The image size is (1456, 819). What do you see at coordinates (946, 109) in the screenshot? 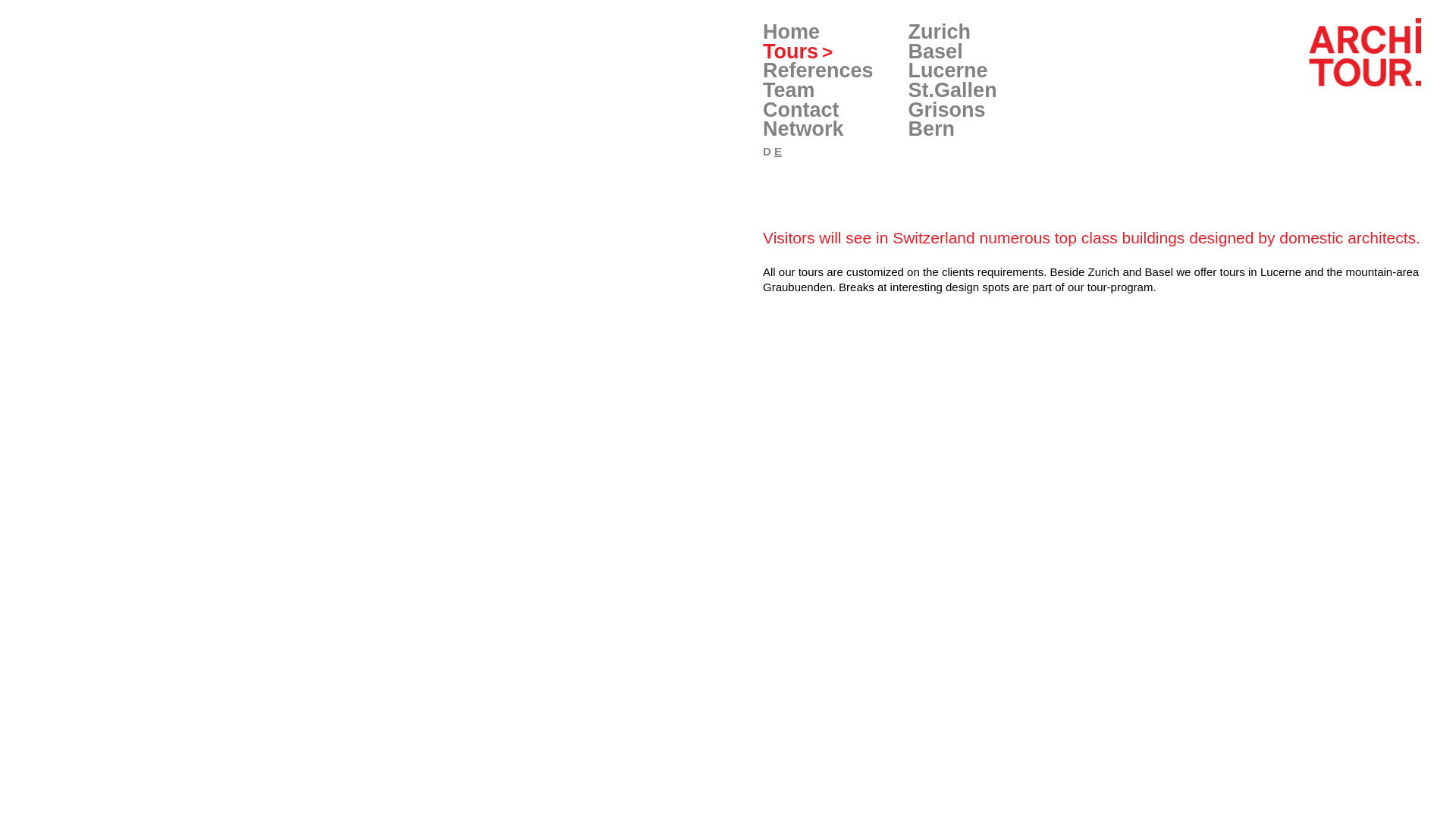
I see `'Grisons'` at bounding box center [946, 109].